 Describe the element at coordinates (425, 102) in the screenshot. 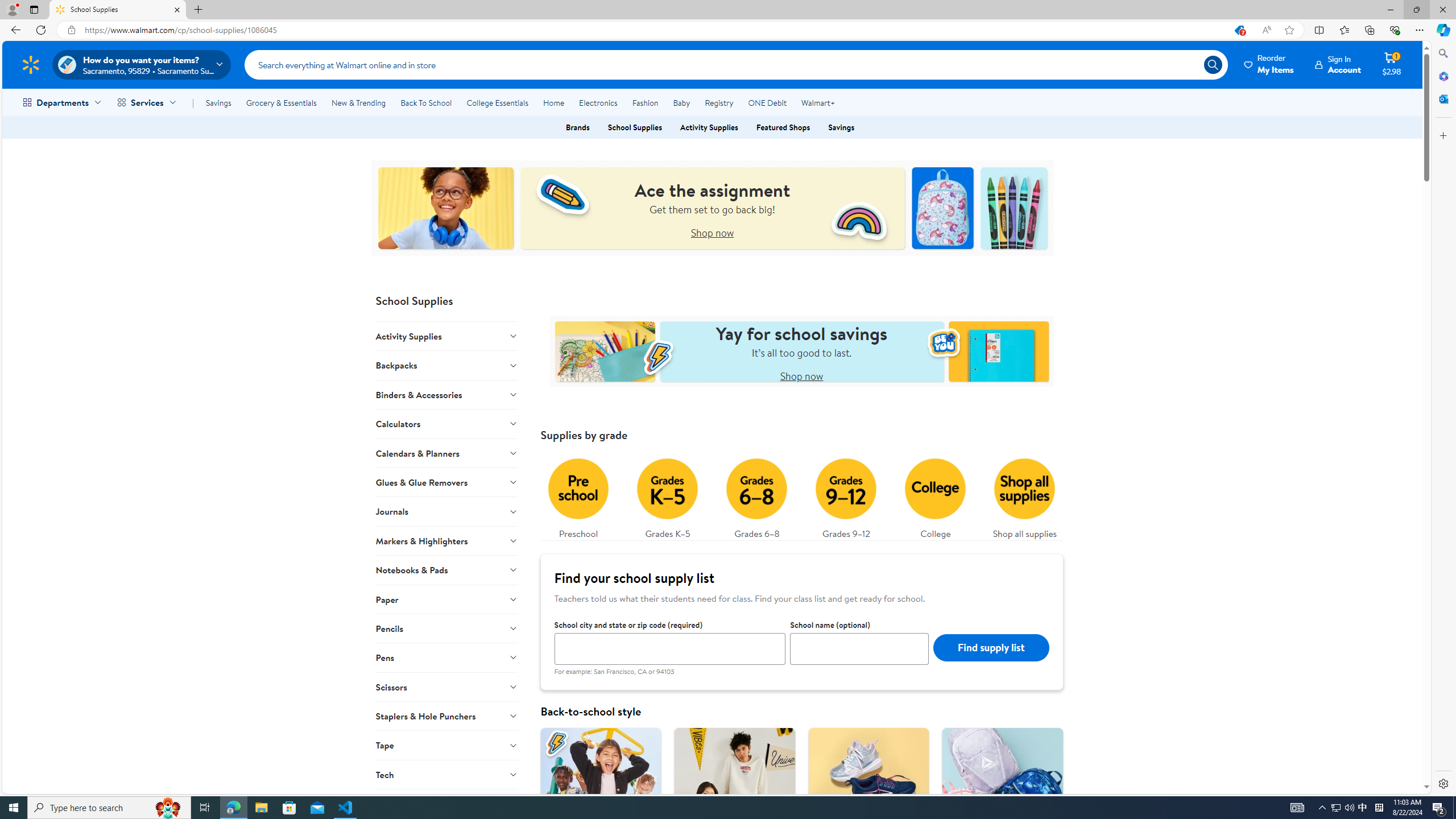

I see `'Back To School'` at that location.